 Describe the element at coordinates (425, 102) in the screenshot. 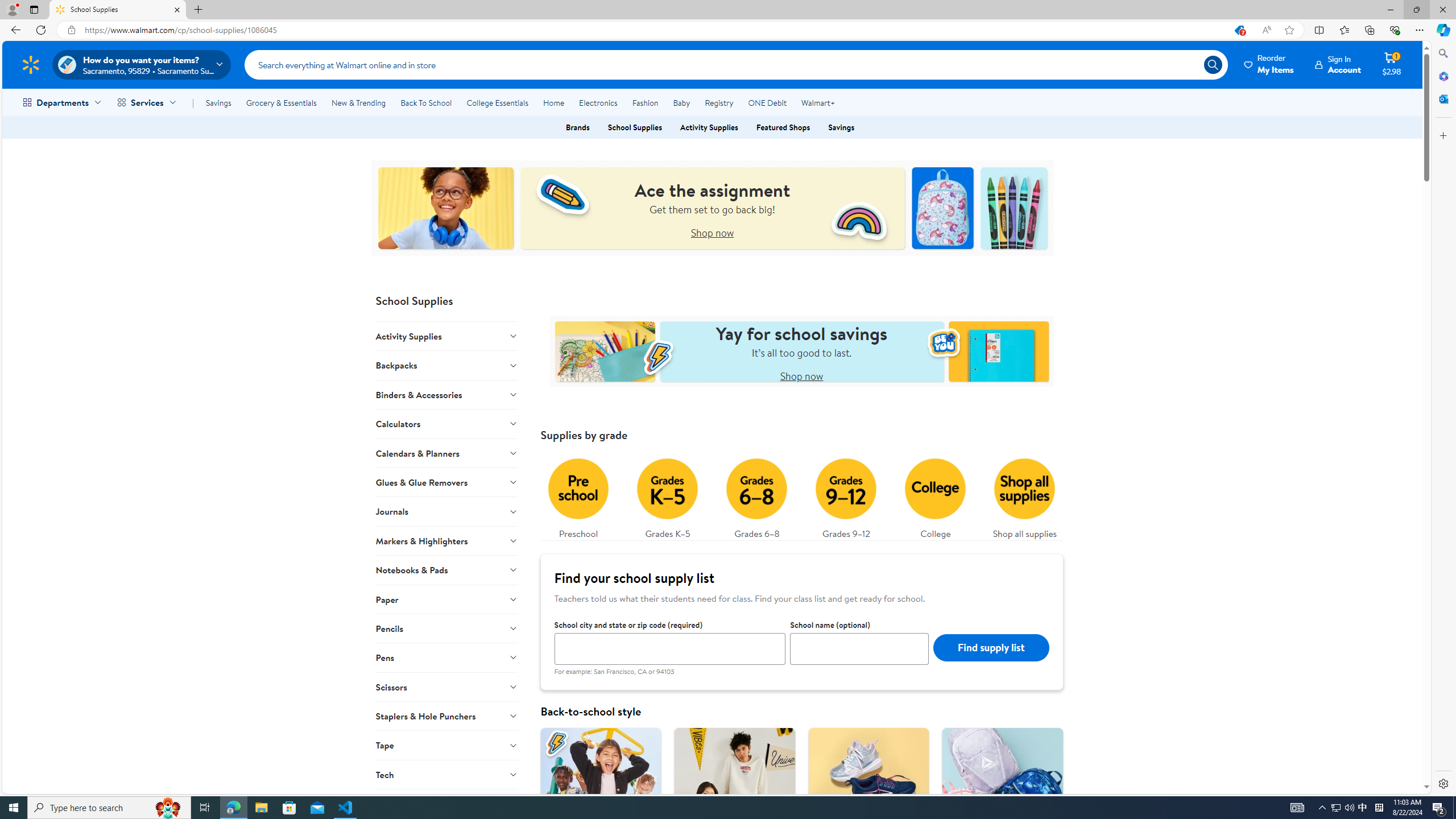

I see `'Back To School'` at that location.